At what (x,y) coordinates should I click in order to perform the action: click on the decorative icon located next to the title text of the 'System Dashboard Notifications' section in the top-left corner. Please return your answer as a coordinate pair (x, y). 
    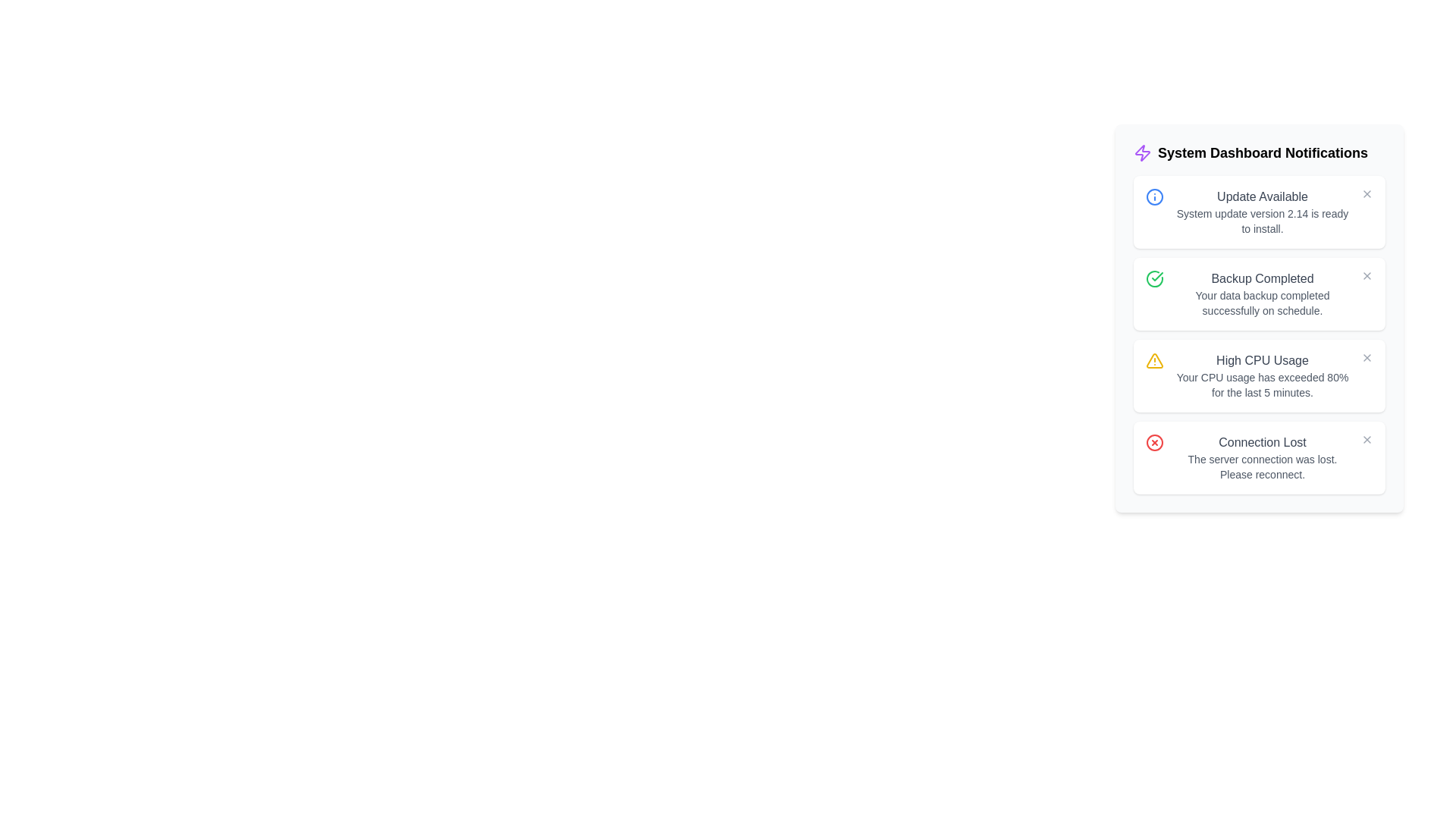
    Looking at the image, I should click on (1143, 152).